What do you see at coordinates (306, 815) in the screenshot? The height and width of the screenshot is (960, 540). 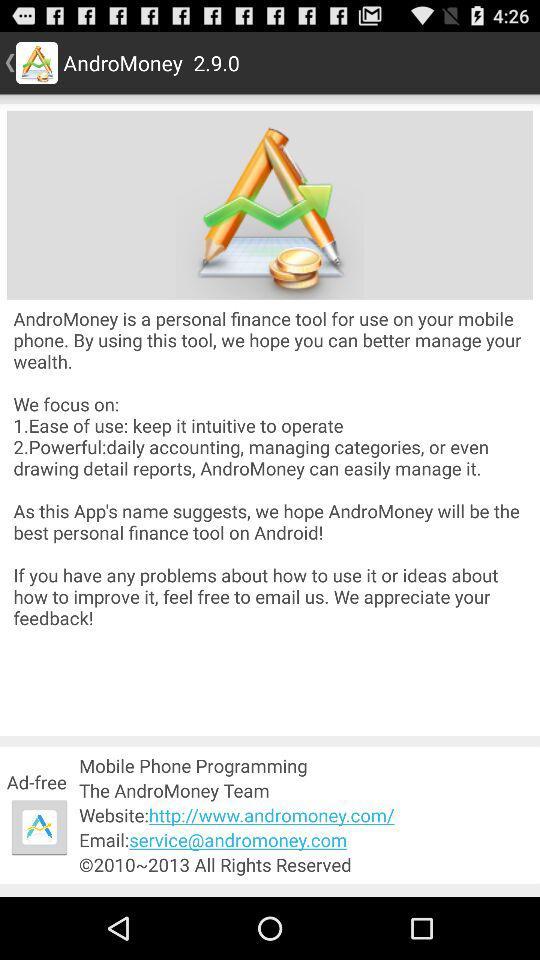 I see `website http www app` at bounding box center [306, 815].